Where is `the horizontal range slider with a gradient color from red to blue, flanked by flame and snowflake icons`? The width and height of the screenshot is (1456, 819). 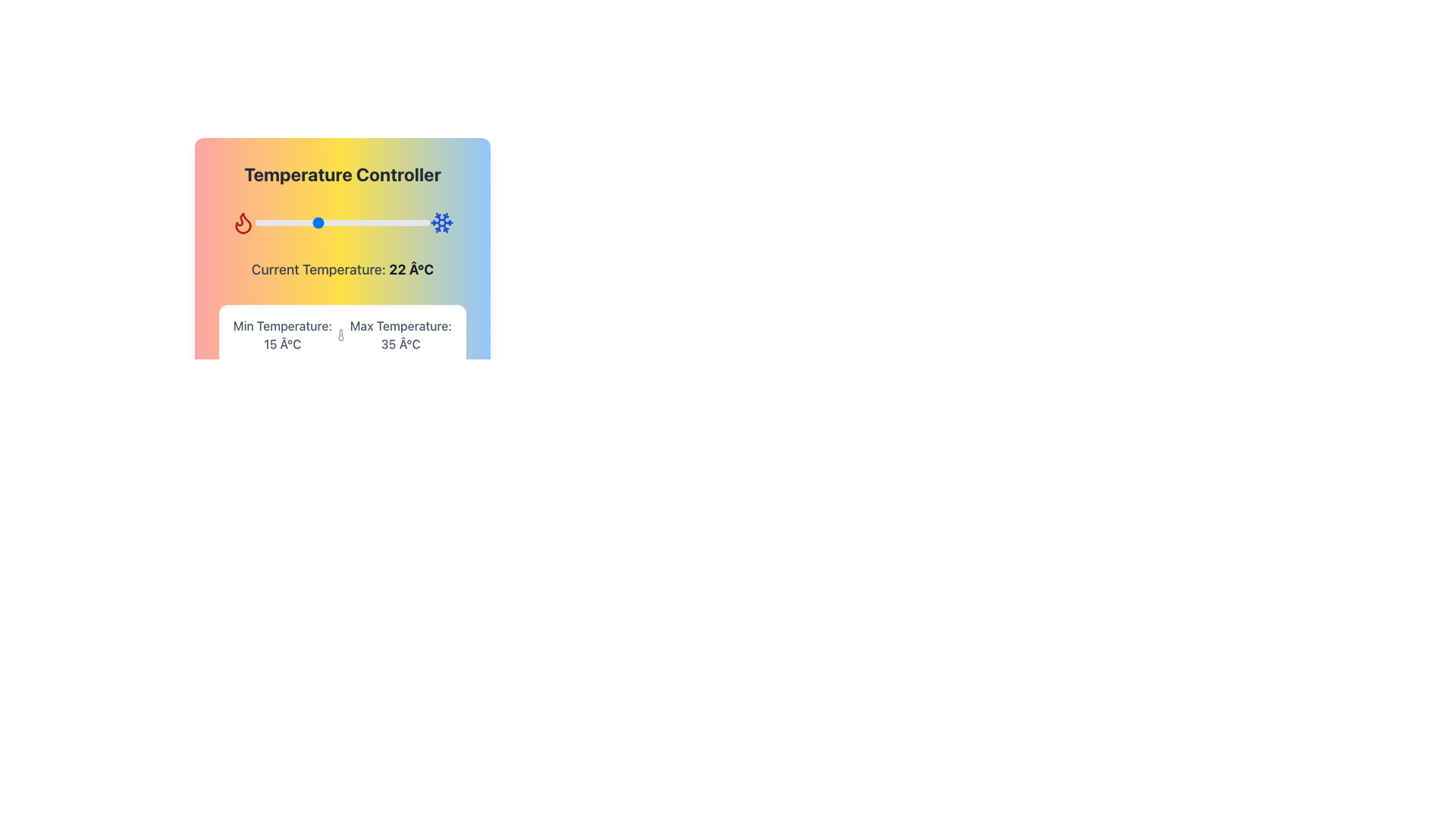
the horizontal range slider with a gradient color from red to blue, flanked by flame and snowflake icons is located at coordinates (341, 222).